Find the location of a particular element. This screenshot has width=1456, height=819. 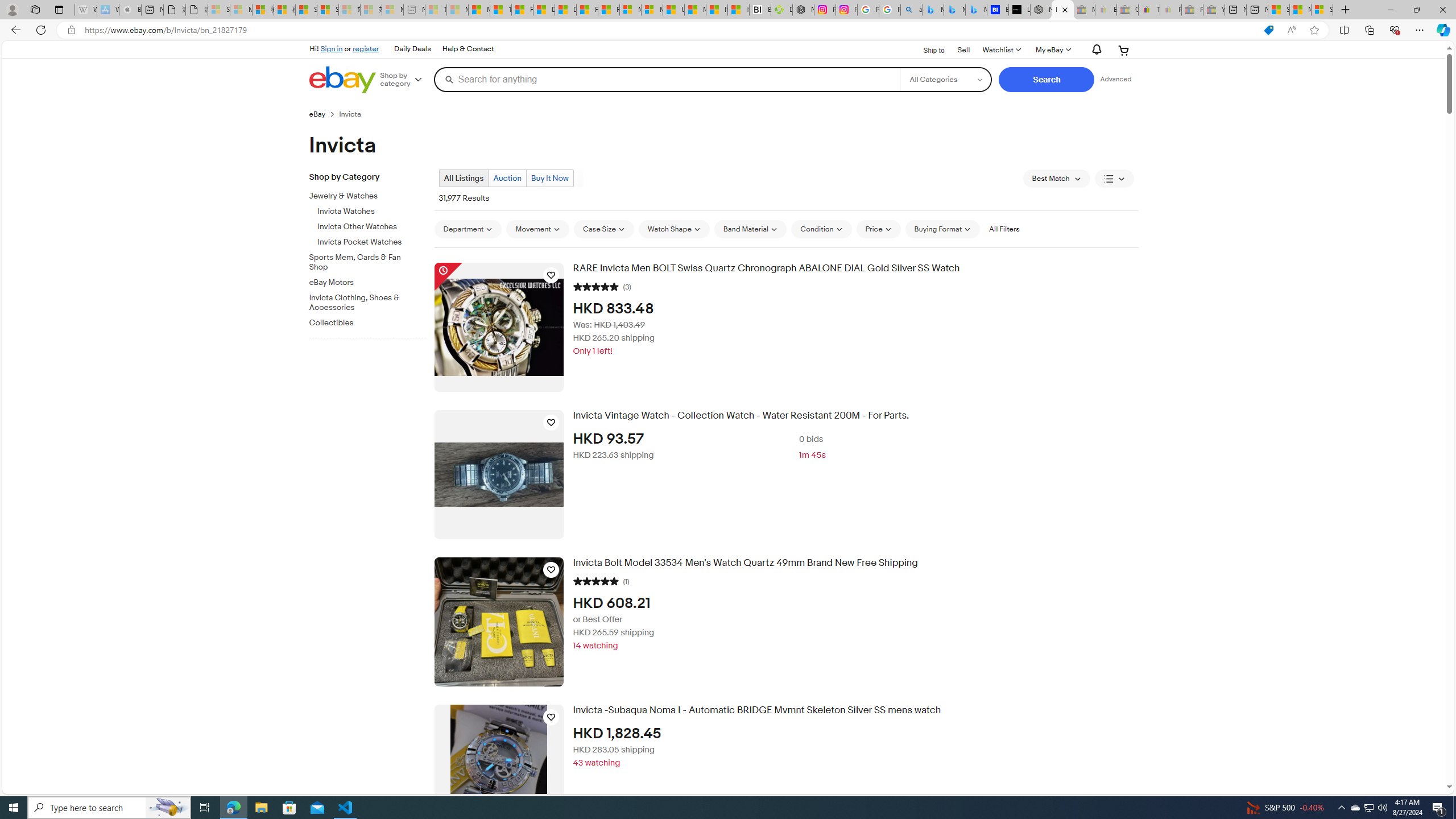

'Daily Deals' is located at coordinates (412, 49).